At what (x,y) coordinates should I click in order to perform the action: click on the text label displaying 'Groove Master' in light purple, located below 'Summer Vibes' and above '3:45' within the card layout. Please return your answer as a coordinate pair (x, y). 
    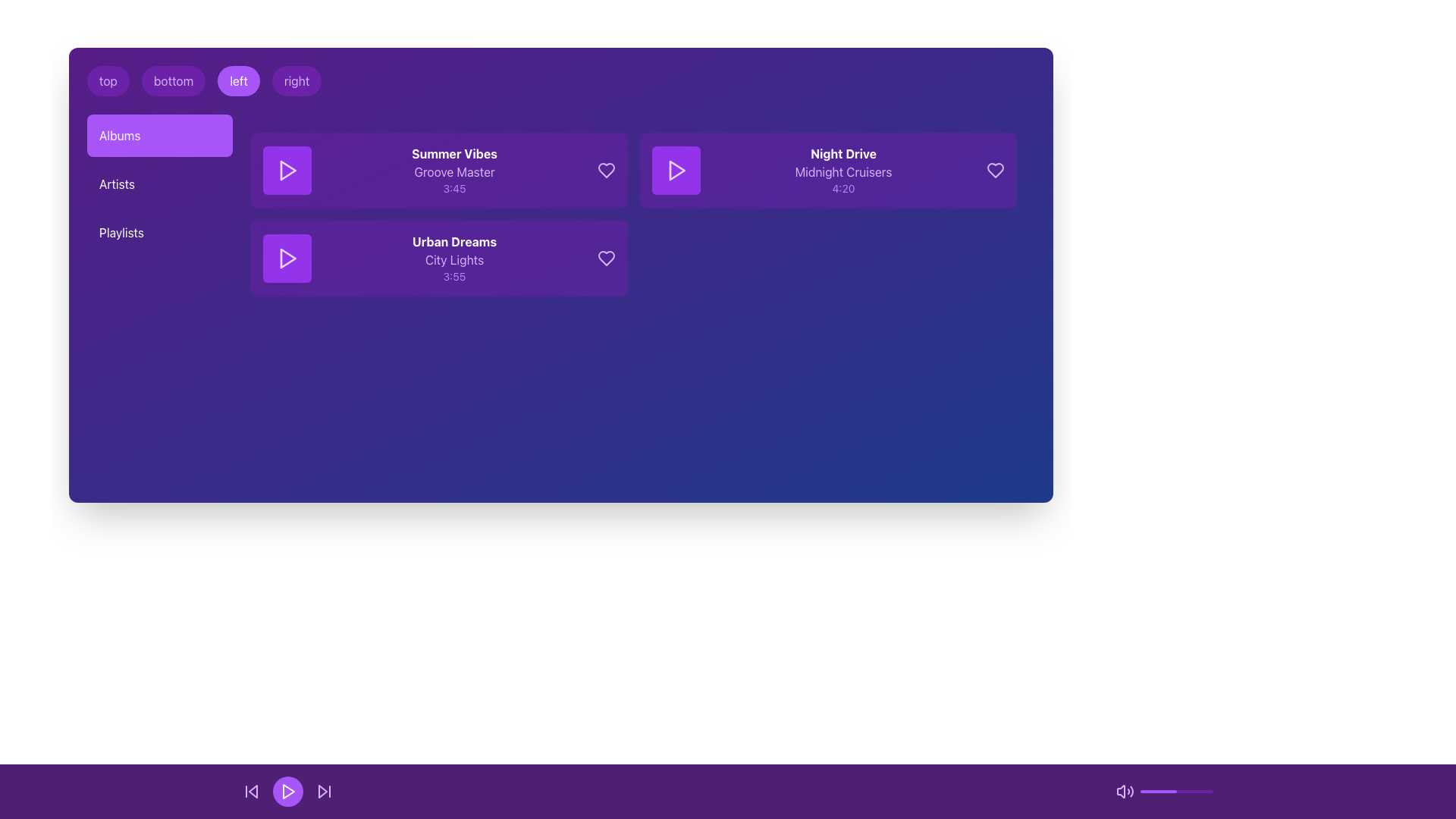
    Looking at the image, I should click on (453, 171).